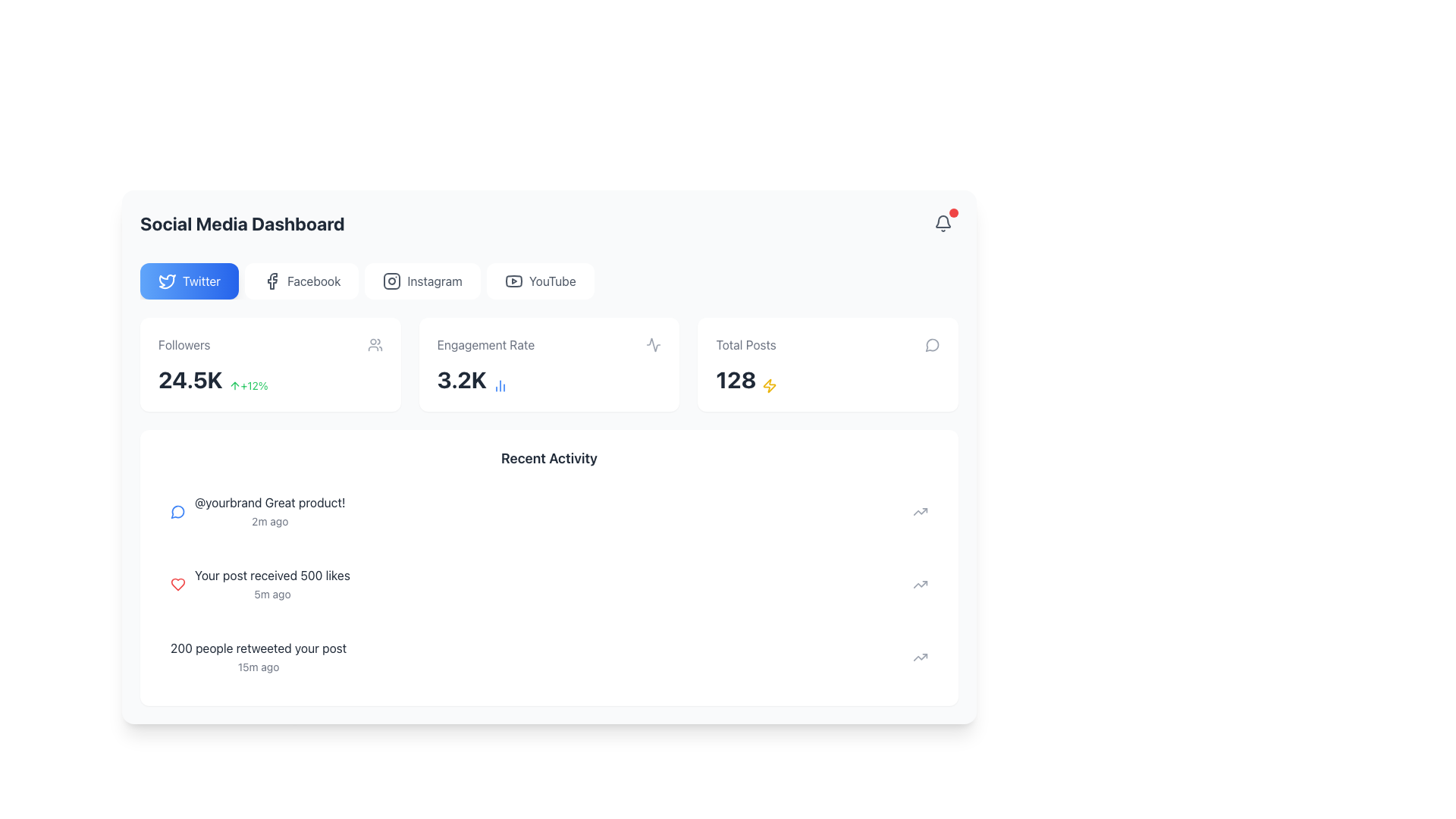  Describe the element at coordinates (745, 345) in the screenshot. I see `the 'Total Posts' text label displayed in gray color on the right-hand side of the dashboard summary cards` at that location.